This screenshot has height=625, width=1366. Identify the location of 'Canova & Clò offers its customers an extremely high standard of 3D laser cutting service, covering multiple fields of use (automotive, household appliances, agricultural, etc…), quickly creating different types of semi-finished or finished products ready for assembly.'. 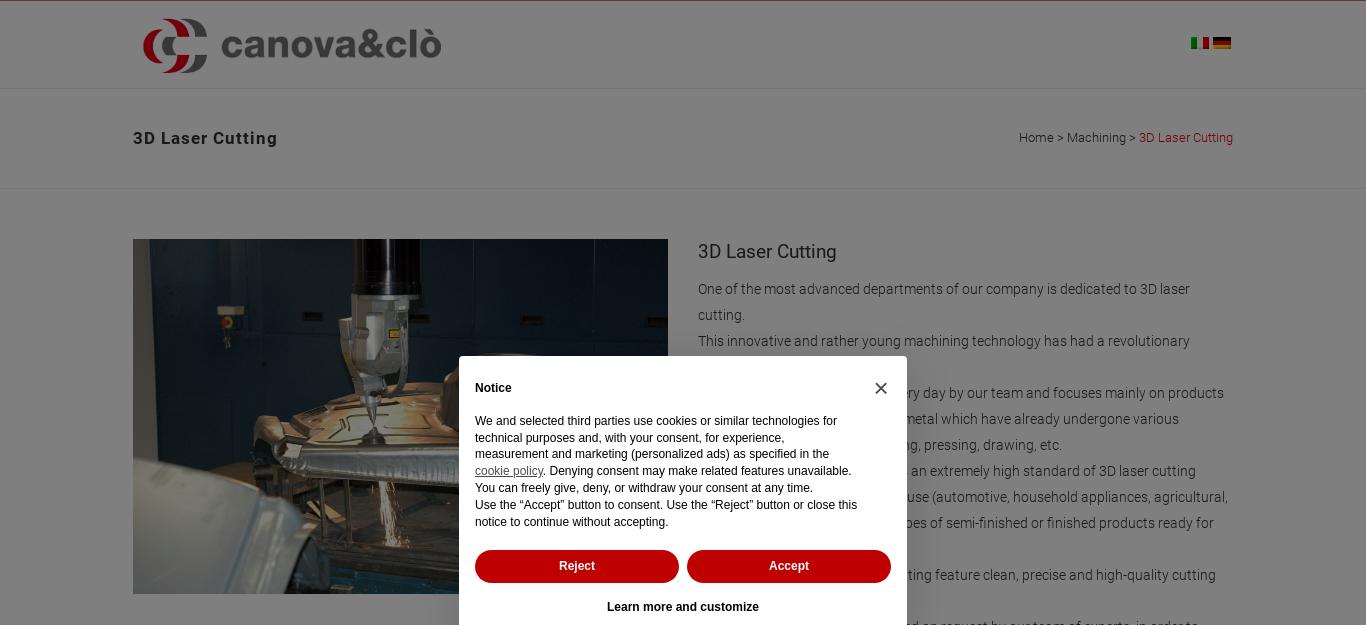
(963, 508).